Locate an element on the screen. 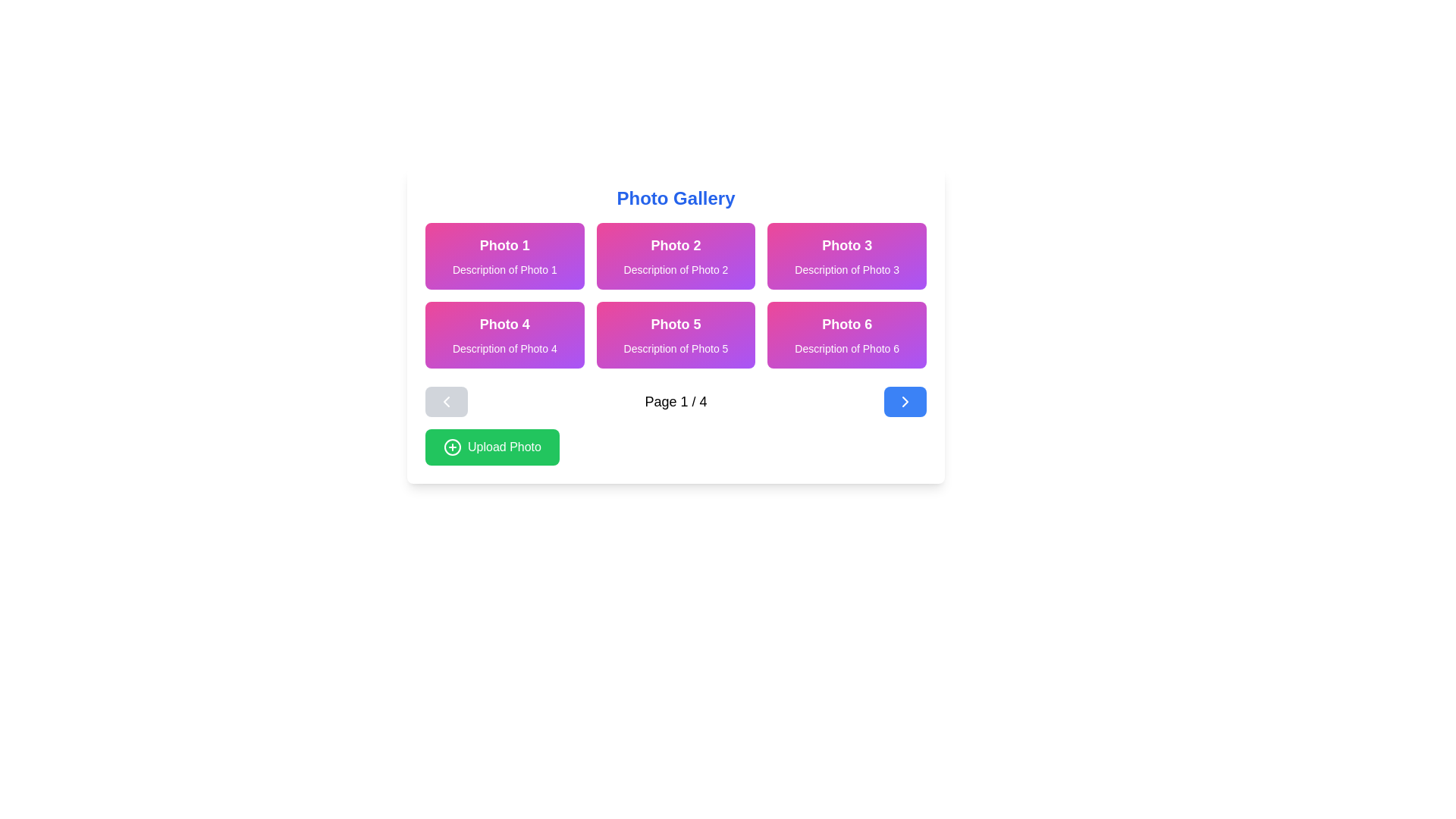 The height and width of the screenshot is (819, 1456). the blue rounded rectangle button with a rightward-pointing arrow icon is located at coordinates (905, 400).